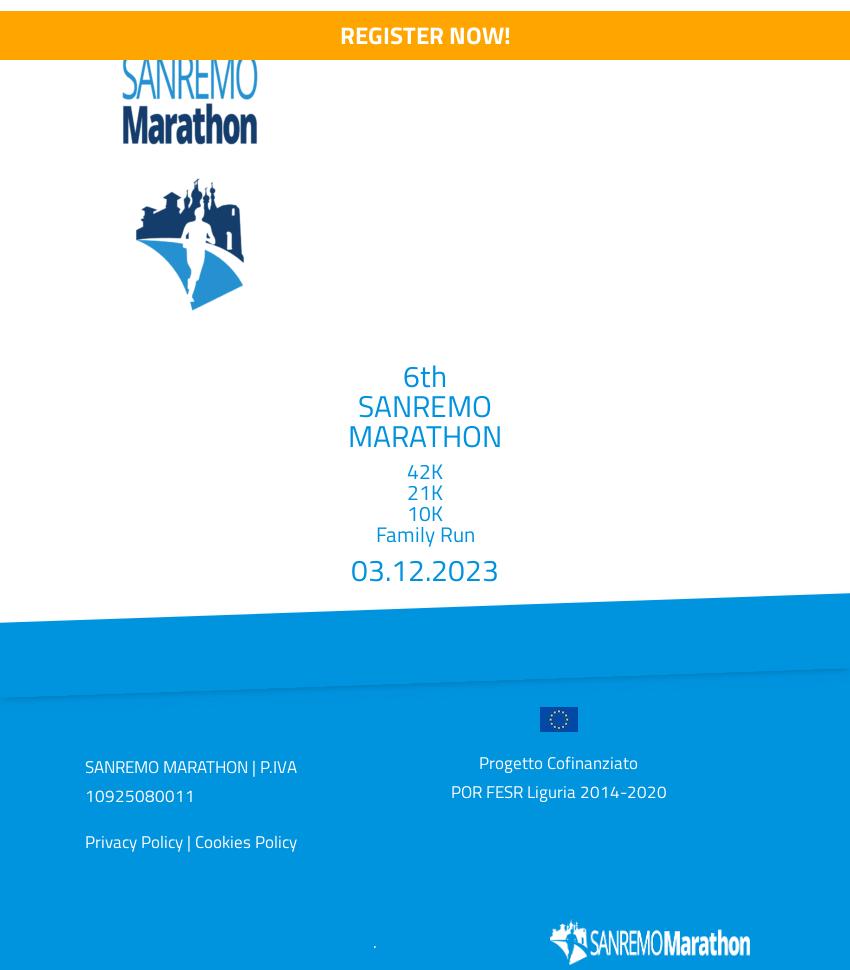  I want to click on 'SANREMO MARATHON | P.IVA 10925080011', so click(189, 781).